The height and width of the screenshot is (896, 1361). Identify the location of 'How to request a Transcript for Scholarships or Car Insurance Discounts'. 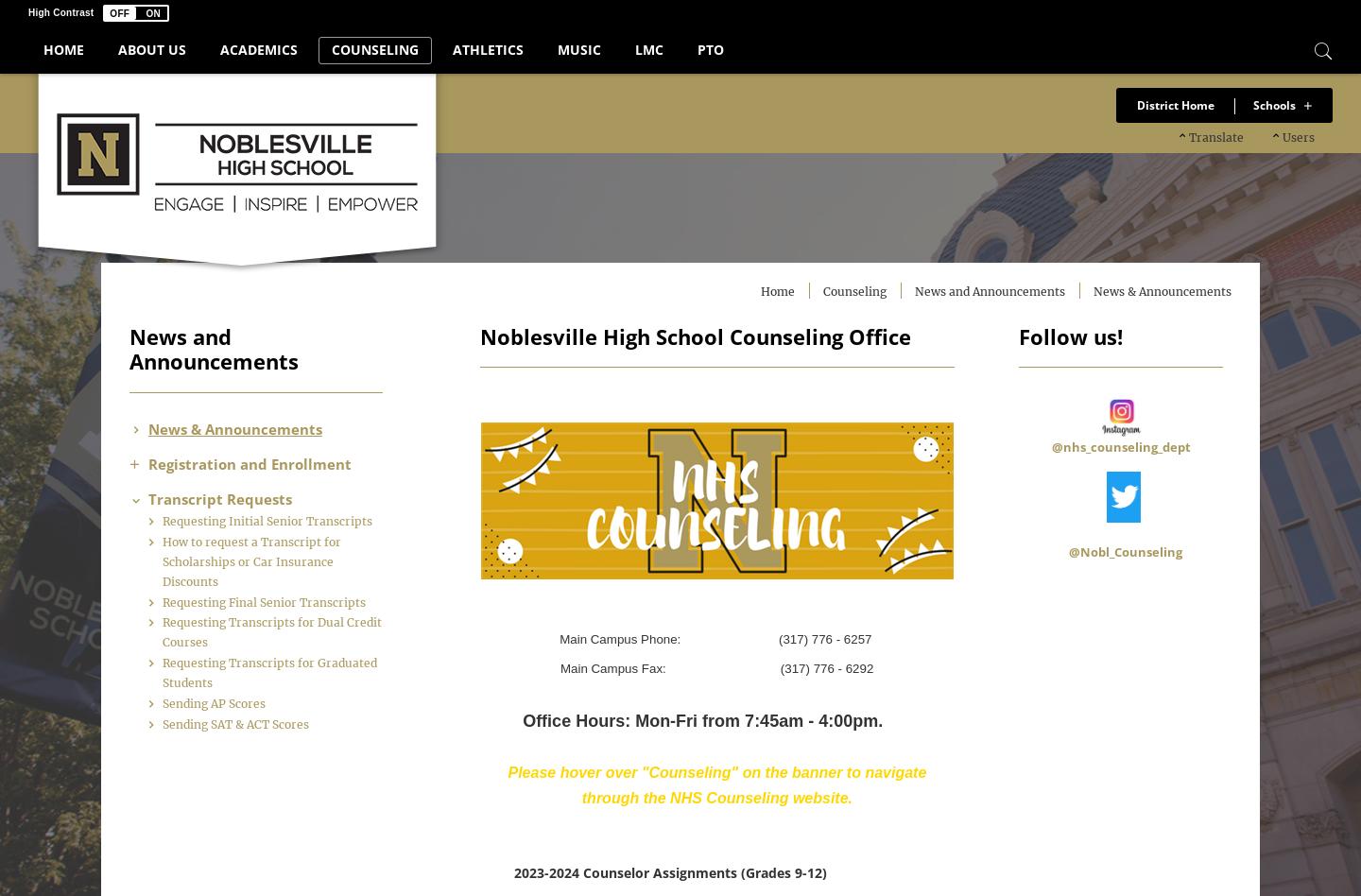
(289, 579).